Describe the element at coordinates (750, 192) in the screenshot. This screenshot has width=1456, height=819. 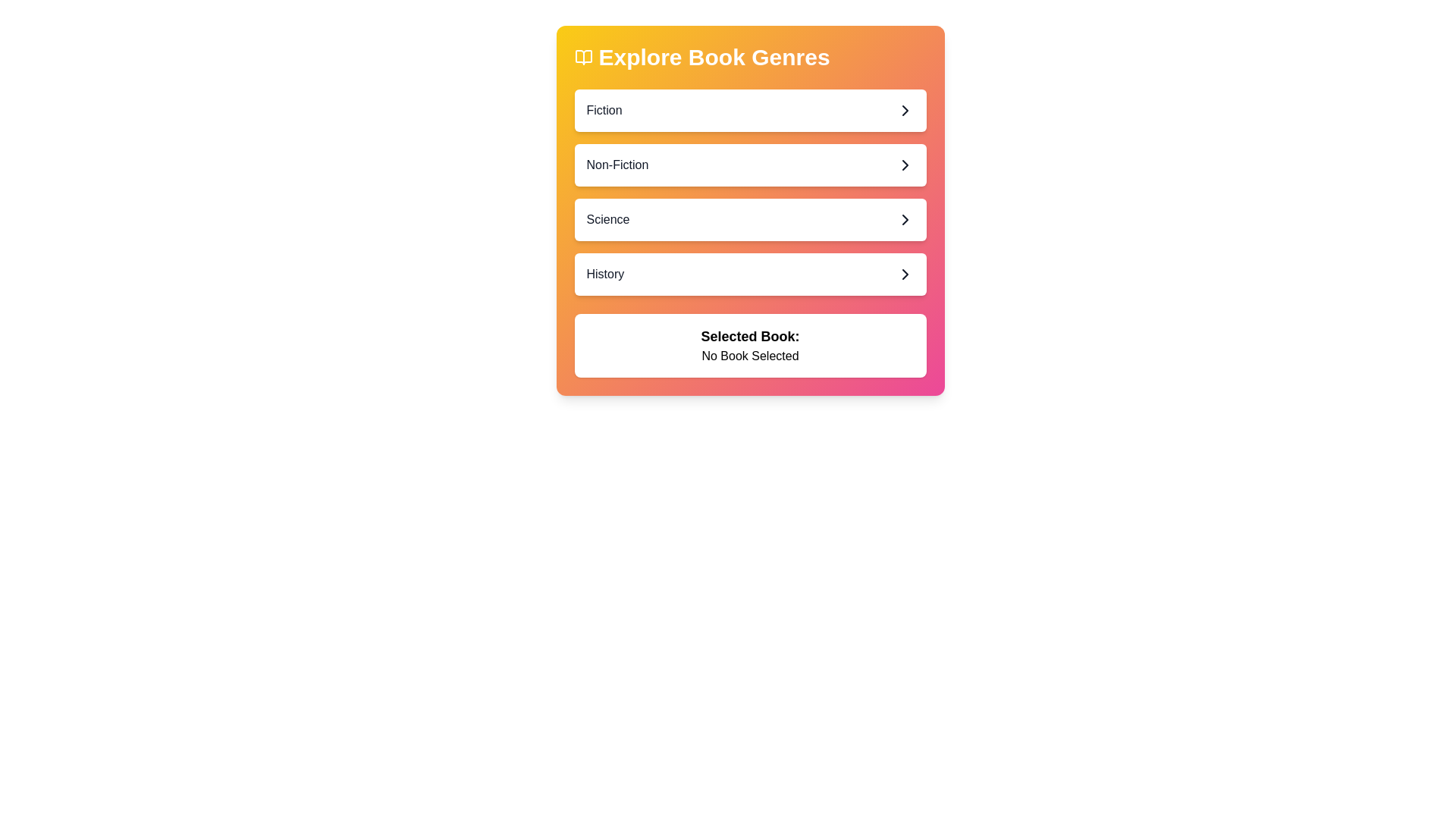
I see `the 'Non-Fiction' button located in the 'Explore Book Genres' section` at that location.